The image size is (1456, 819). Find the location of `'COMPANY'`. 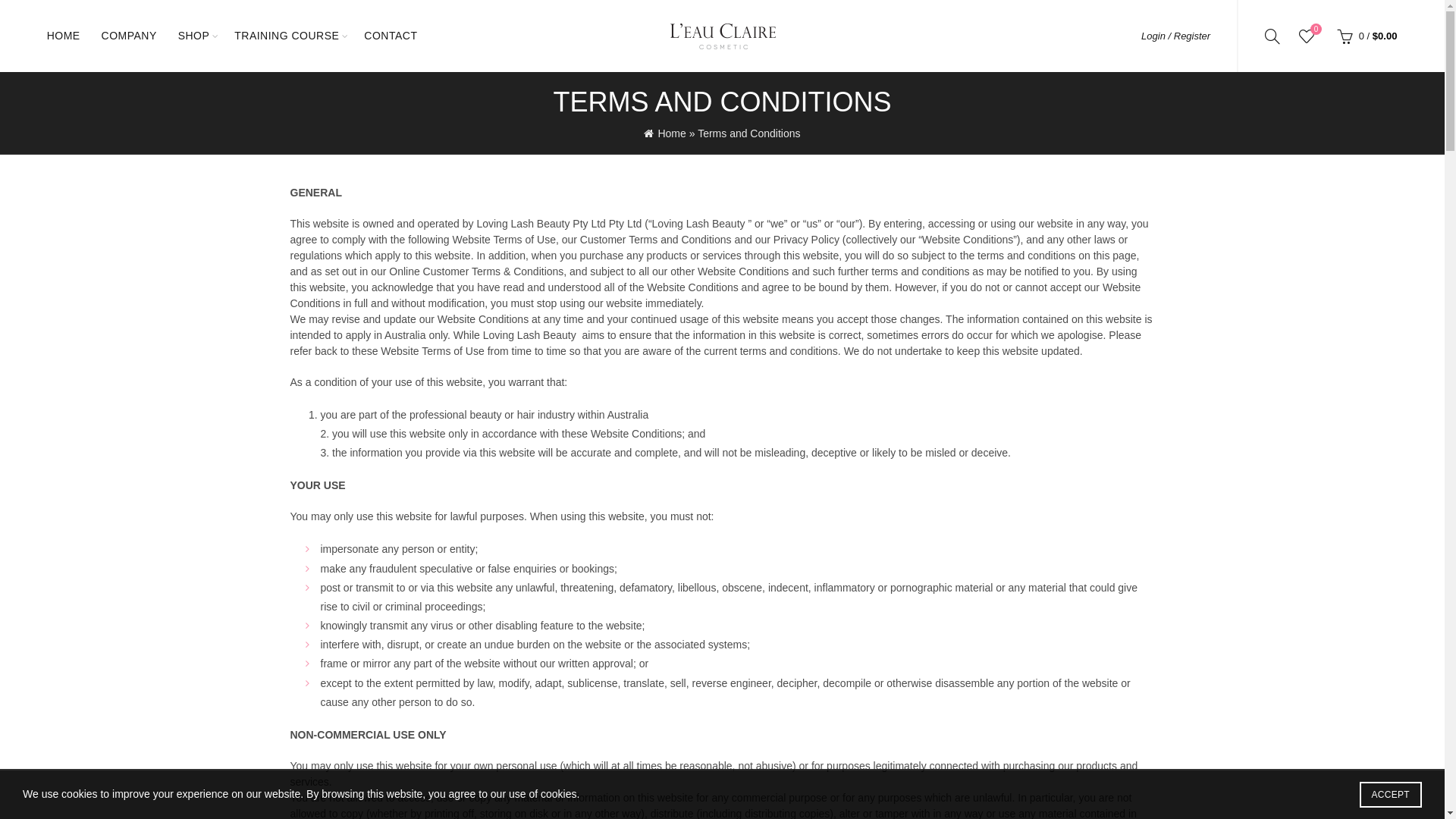

'COMPANY' is located at coordinates (129, 35).